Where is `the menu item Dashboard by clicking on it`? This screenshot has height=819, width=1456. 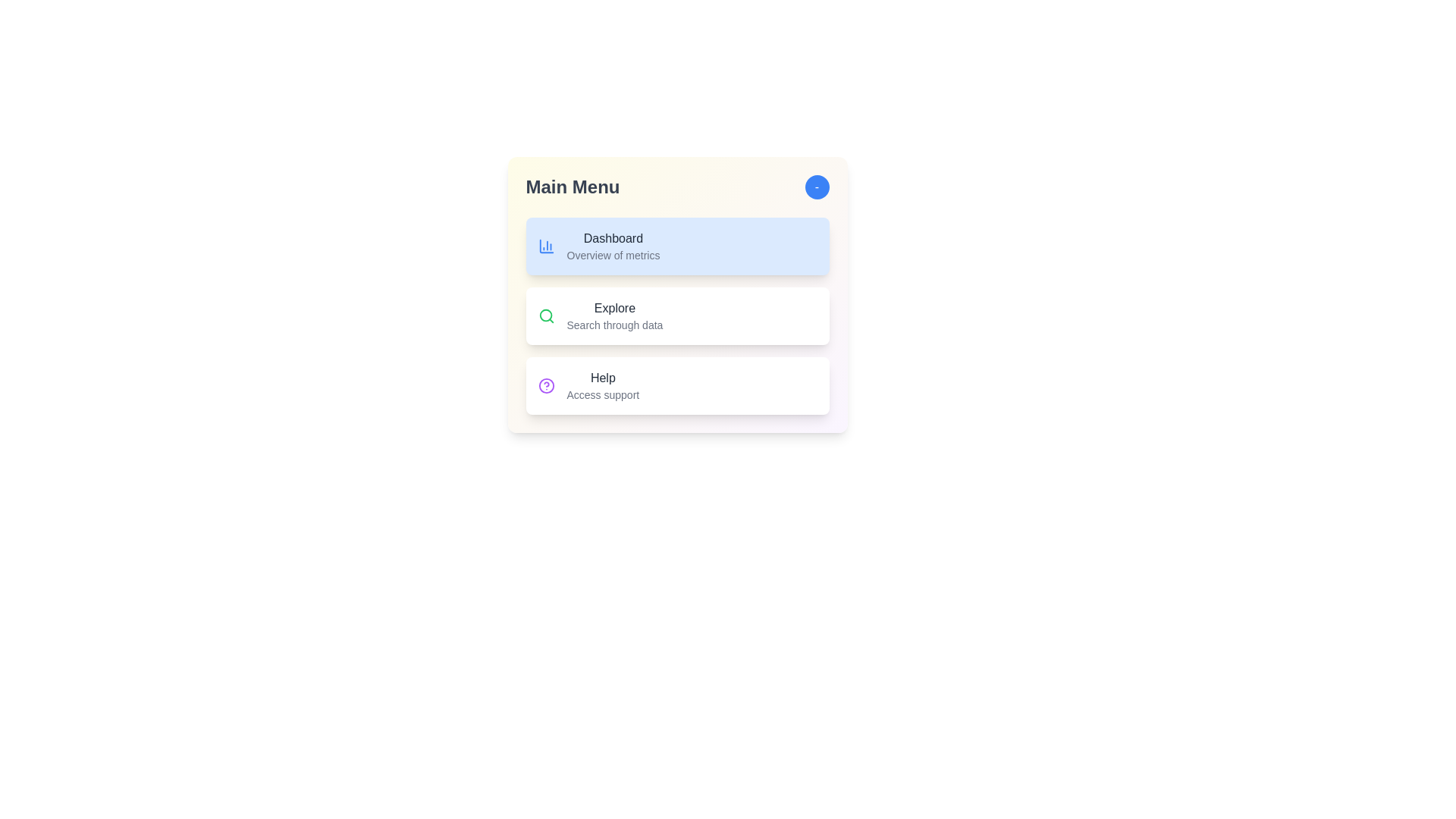 the menu item Dashboard by clicking on it is located at coordinates (676, 245).